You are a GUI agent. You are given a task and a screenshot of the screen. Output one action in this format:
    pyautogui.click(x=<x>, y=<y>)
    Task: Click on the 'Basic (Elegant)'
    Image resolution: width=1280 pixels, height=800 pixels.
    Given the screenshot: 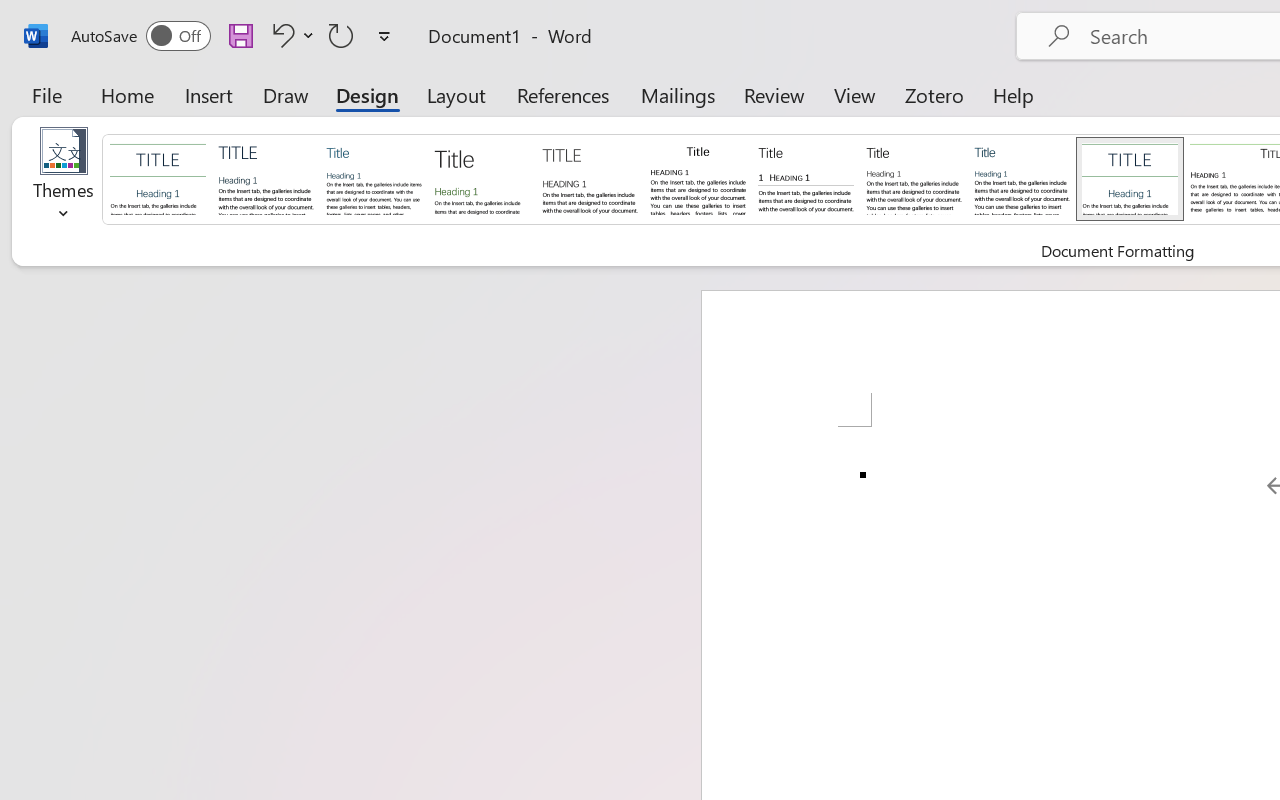 What is the action you would take?
    pyautogui.click(x=265, y=177)
    